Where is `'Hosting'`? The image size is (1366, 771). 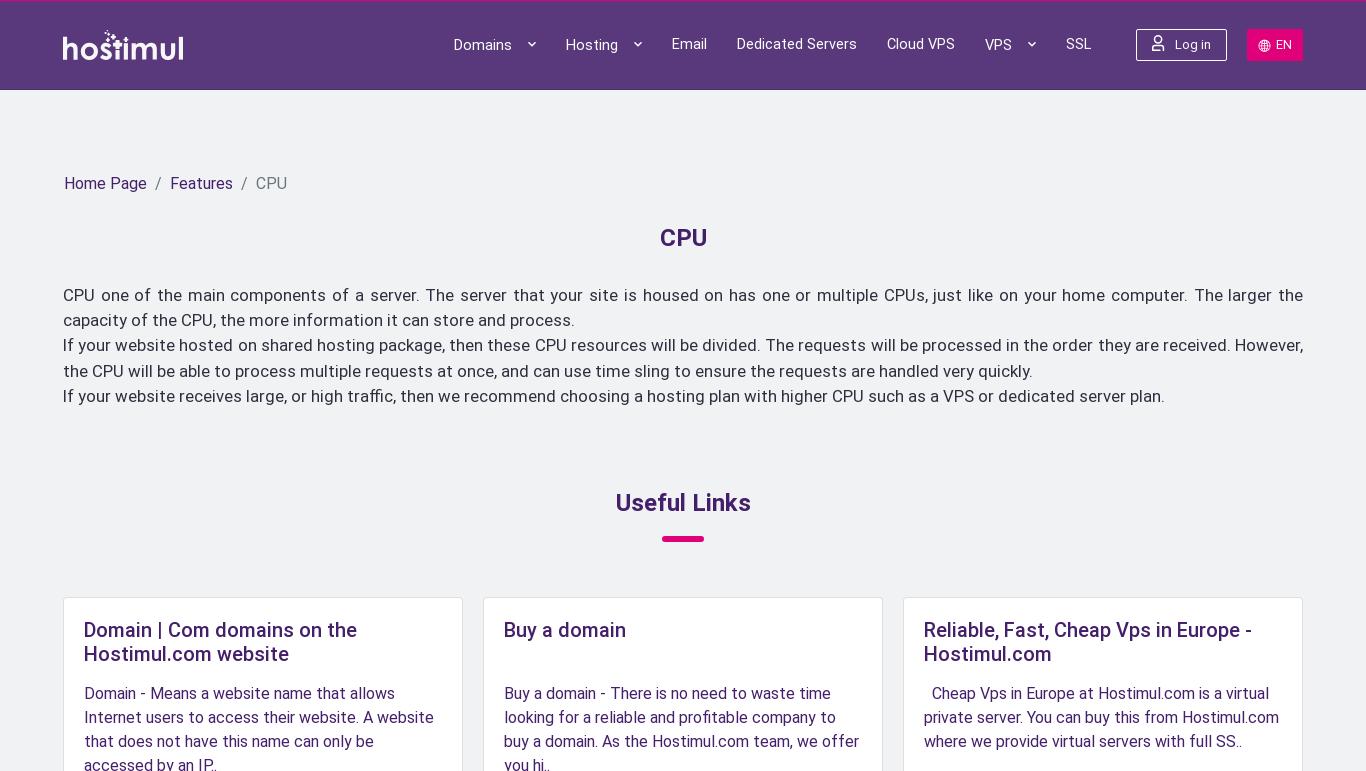 'Hosting' is located at coordinates (592, 79).